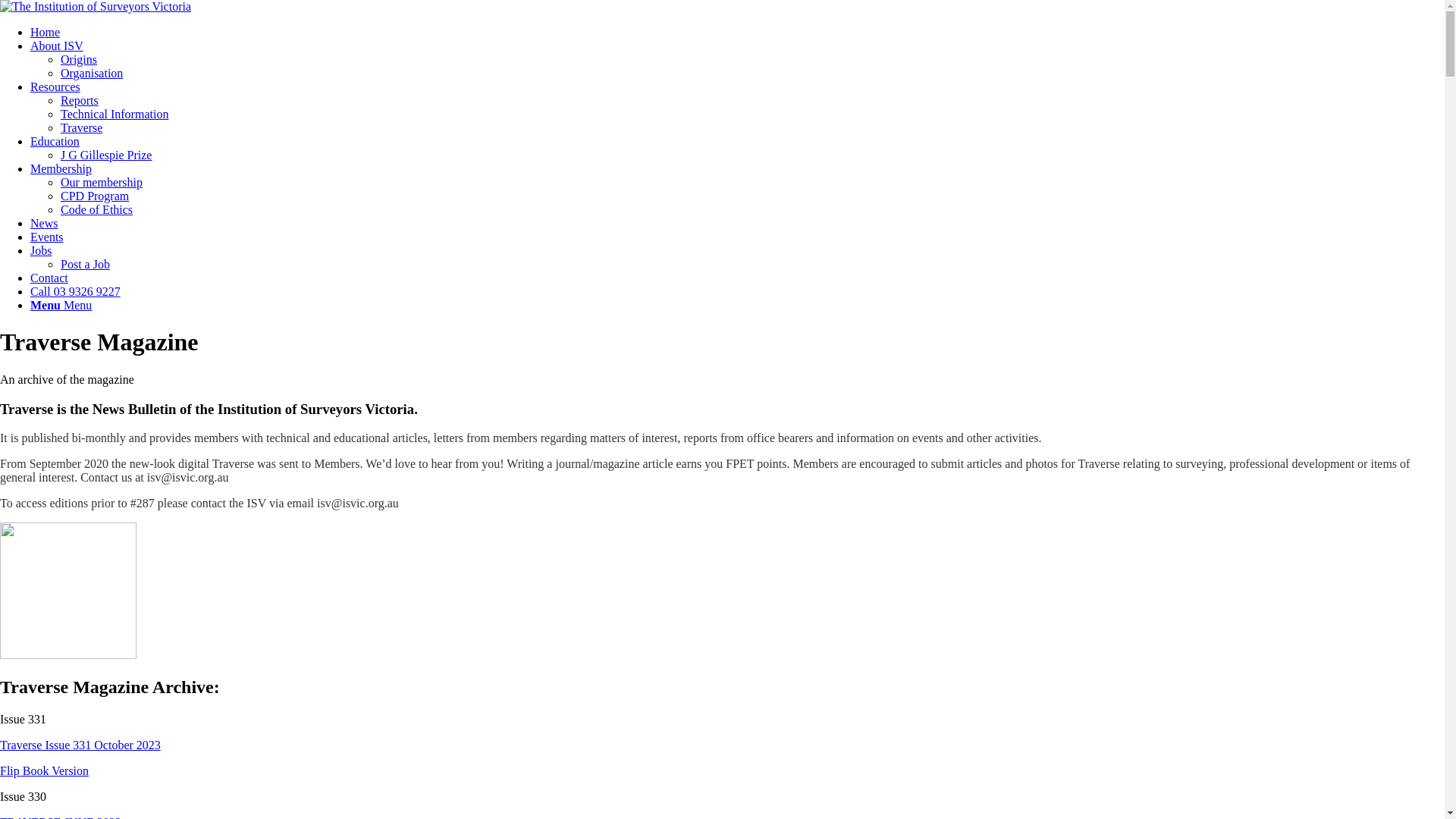 This screenshot has height=819, width=1456. What do you see at coordinates (61, 305) in the screenshot?
I see `'Menu Menu'` at bounding box center [61, 305].